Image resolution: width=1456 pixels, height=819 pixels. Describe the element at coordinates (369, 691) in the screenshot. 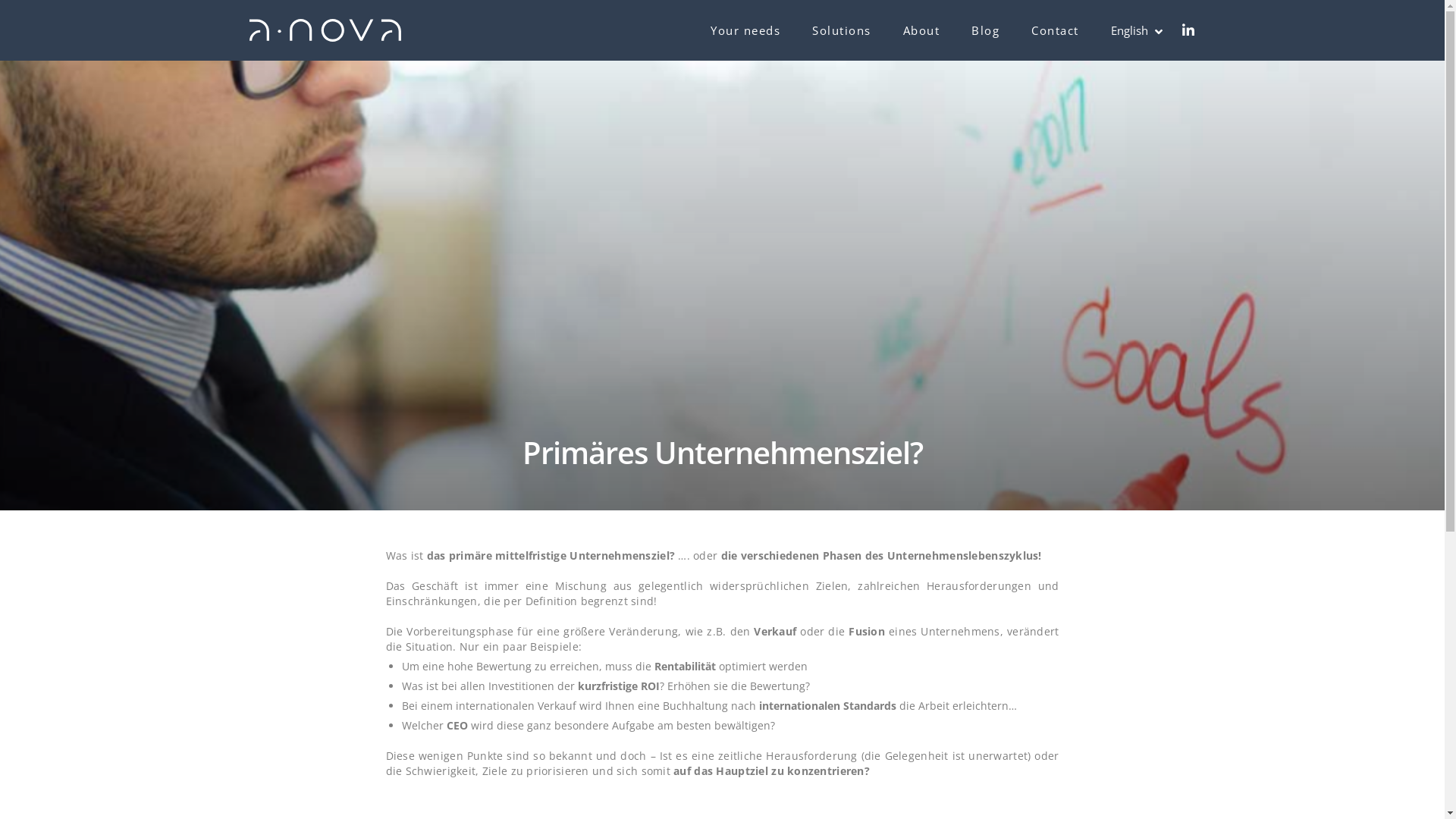

I see `'Devenir manager de transition,rejoindre a-nova'` at that location.